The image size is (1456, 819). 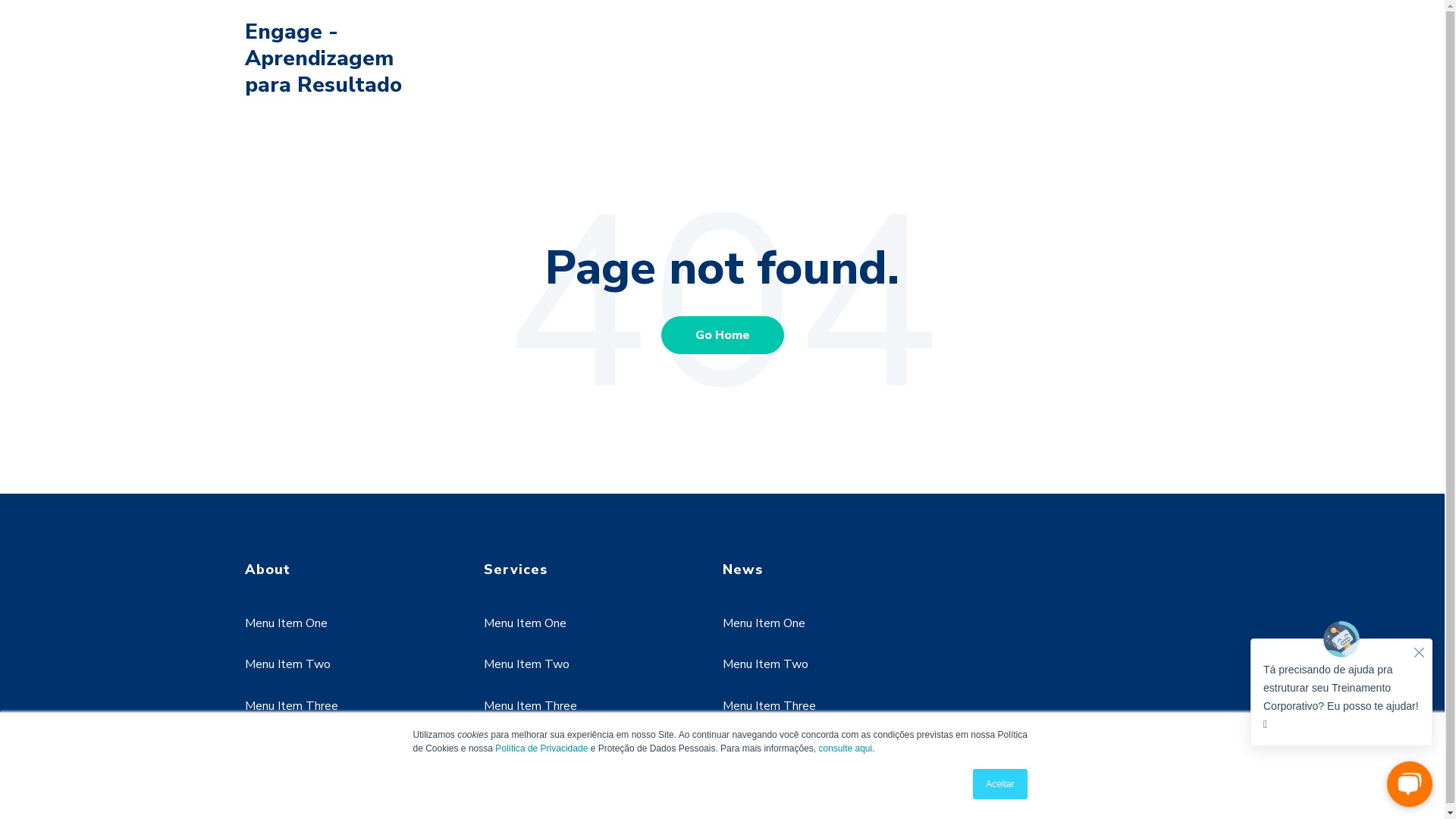 What do you see at coordinates (722, 333) in the screenshot?
I see `'Go Home'` at bounding box center [722, 333].